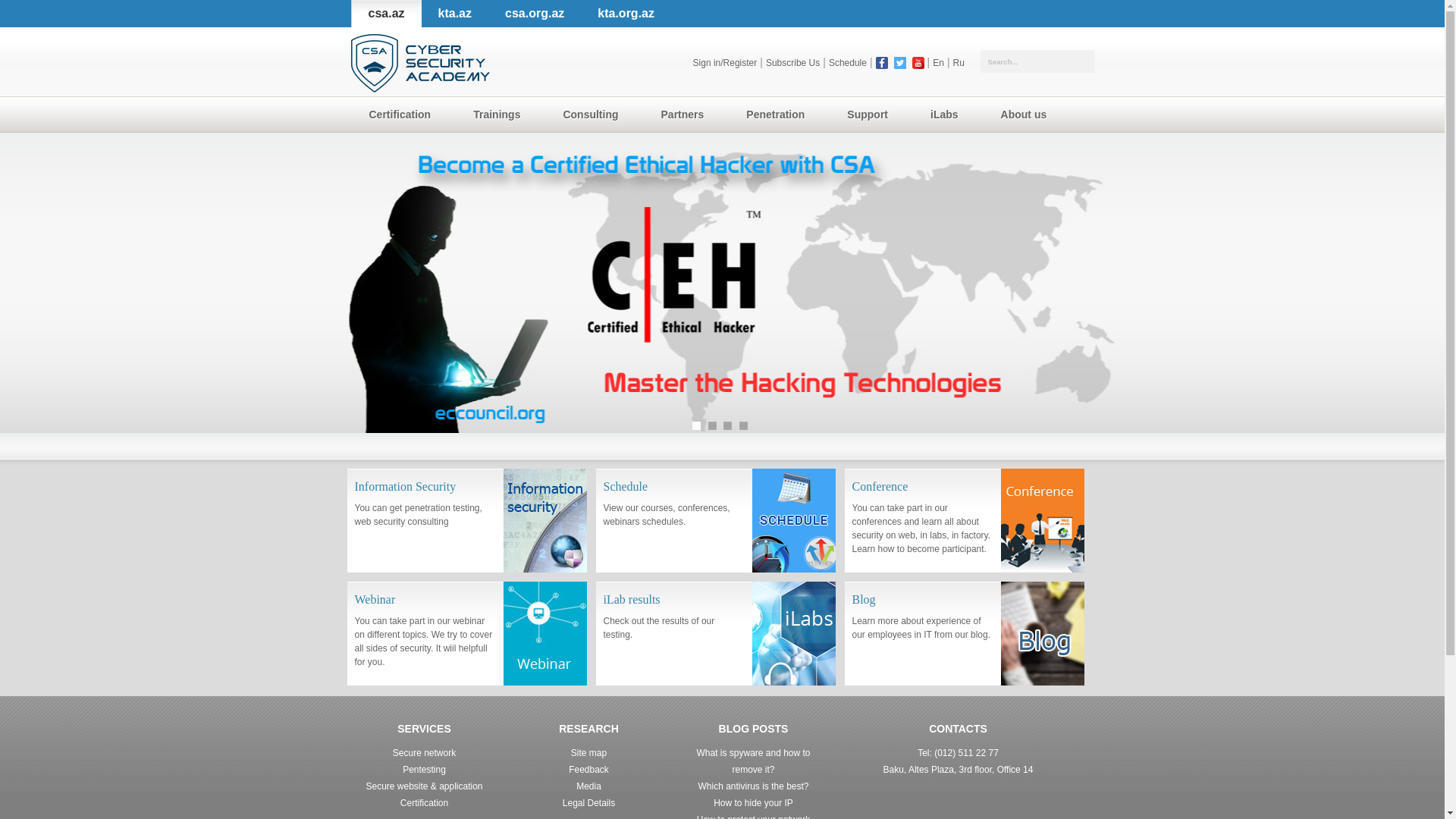  What do you see at coordinates (912, 114) in the screenshot?
I see `'iLabs'` at bounding box center [912, 114].